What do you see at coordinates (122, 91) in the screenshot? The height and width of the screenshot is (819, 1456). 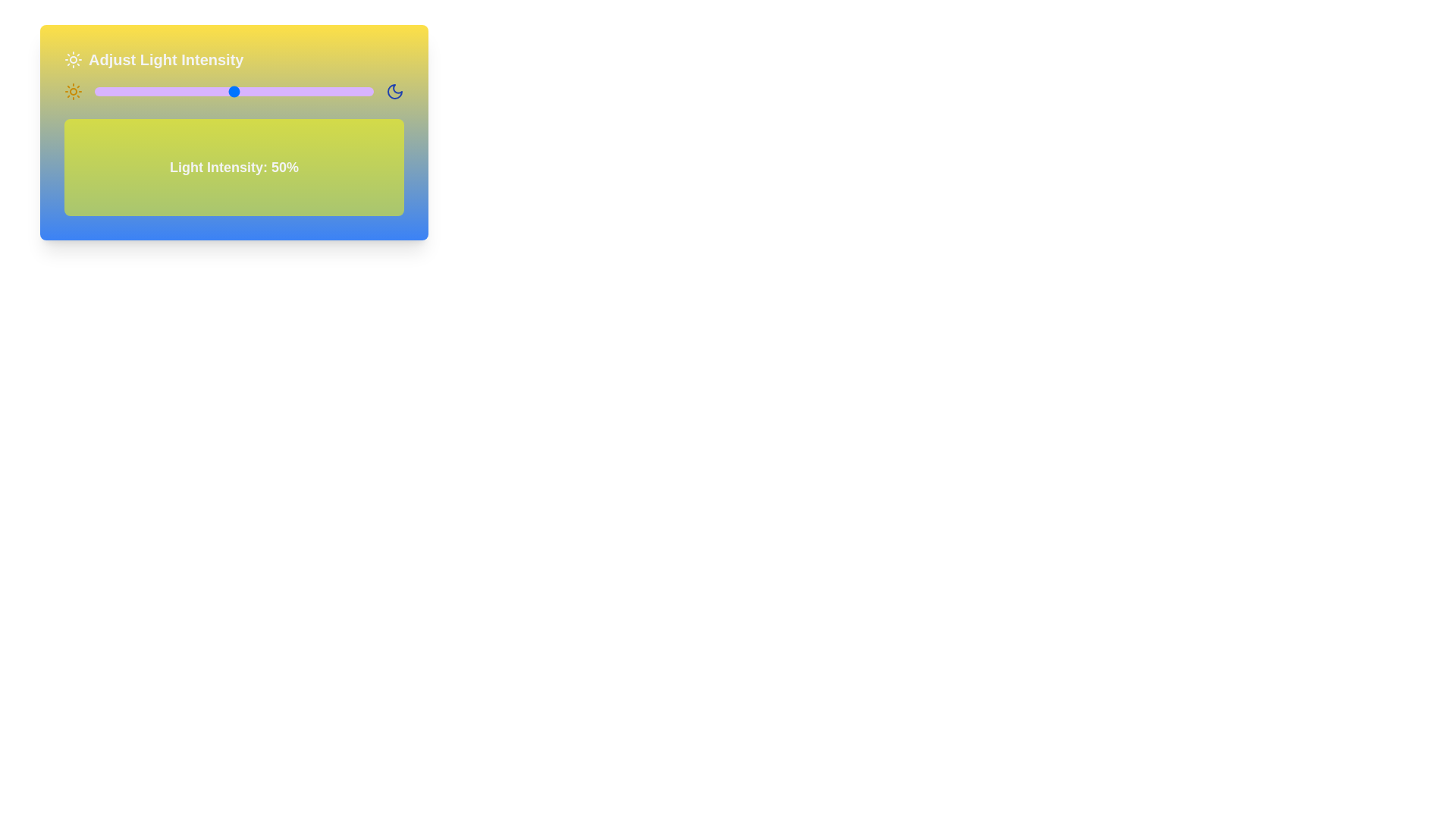 I see `the light intensity slider to 10%` at bounding box center [122, 91].